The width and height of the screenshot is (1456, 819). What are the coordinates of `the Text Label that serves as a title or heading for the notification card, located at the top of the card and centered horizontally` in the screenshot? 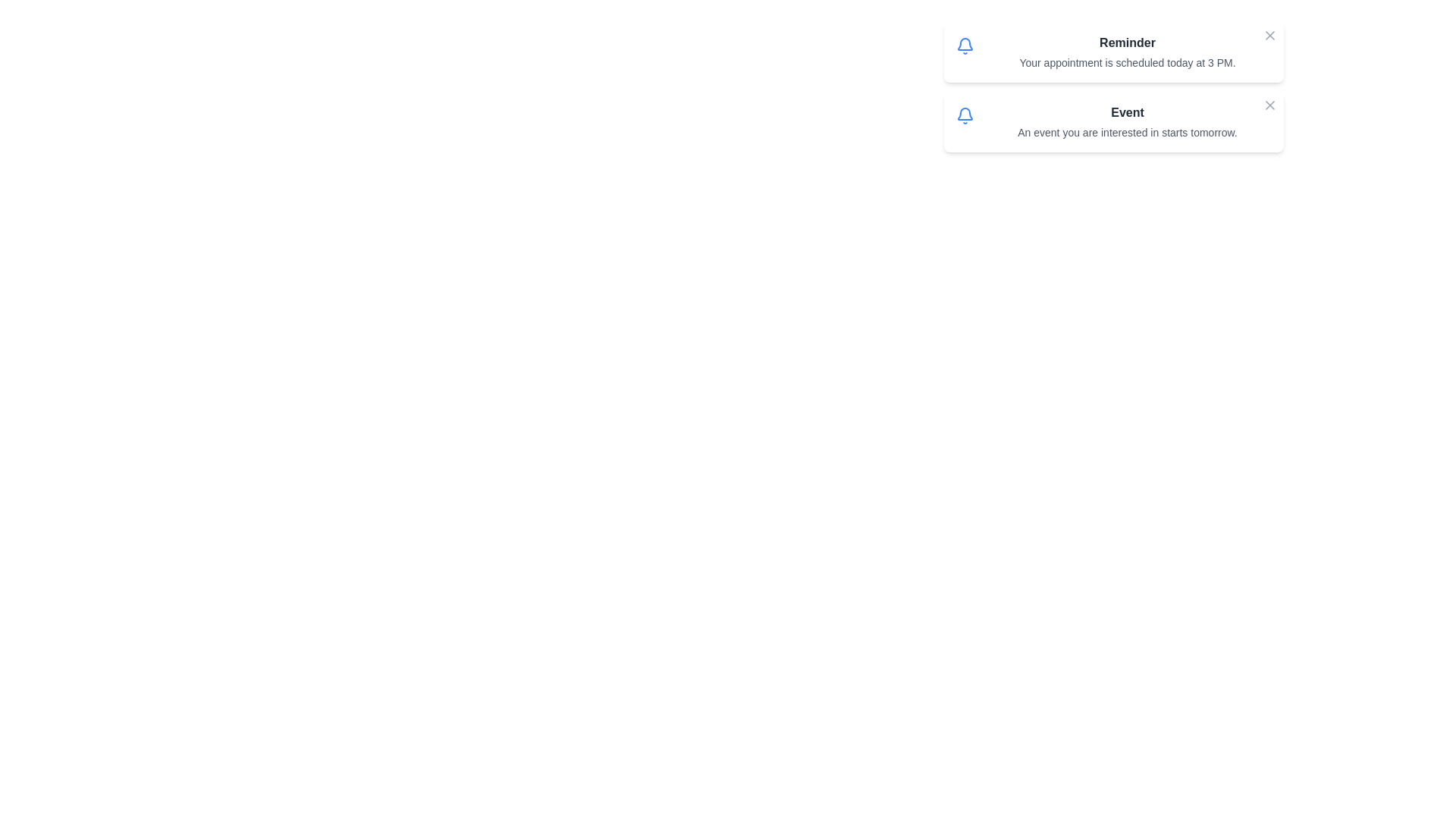 It's located at (1128, 112).